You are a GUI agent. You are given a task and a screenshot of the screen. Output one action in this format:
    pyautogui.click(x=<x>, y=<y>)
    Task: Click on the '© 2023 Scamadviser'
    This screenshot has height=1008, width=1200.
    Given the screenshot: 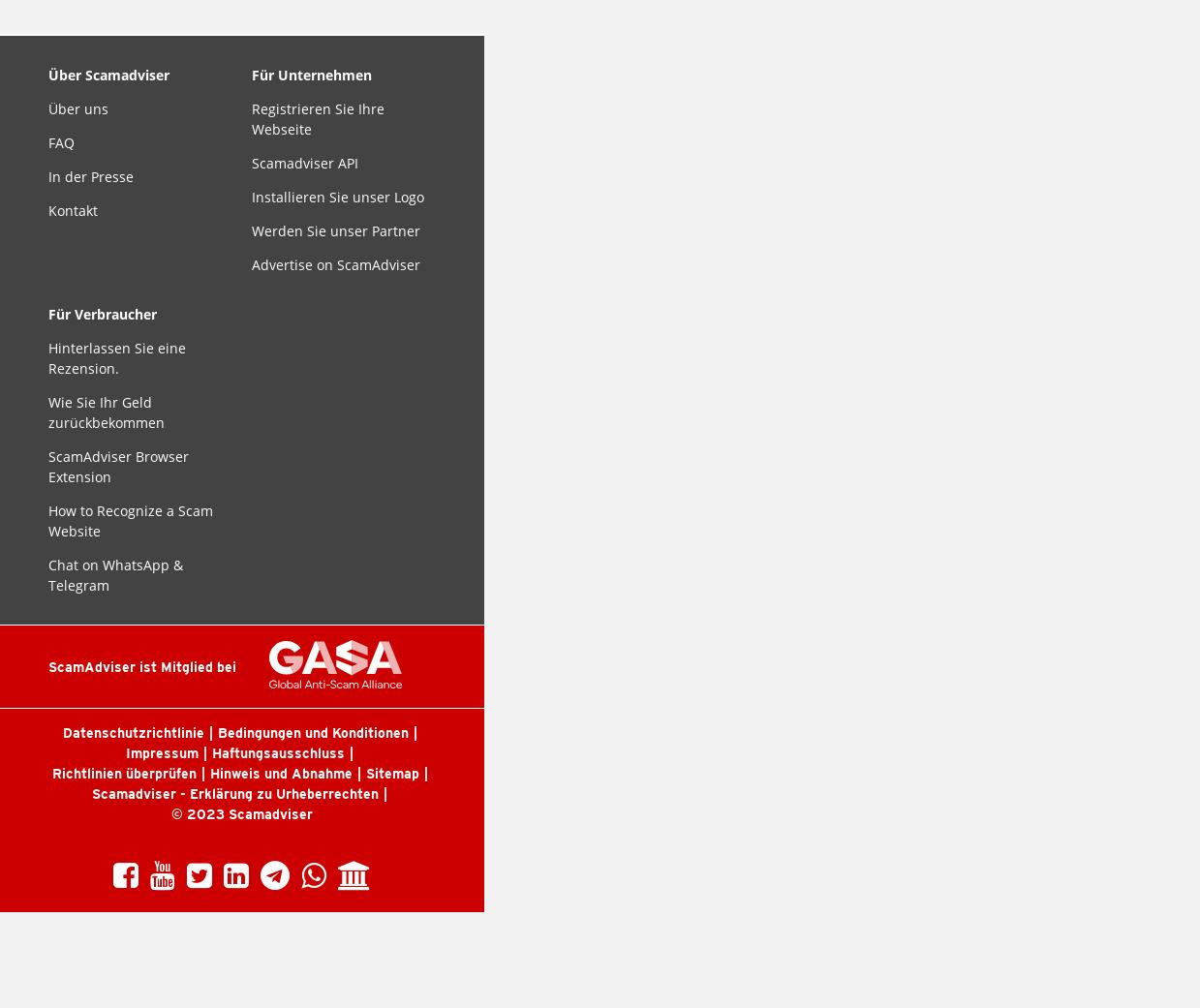 What is the action you would take?
    pyautogui.click(x=241, y=813)
    